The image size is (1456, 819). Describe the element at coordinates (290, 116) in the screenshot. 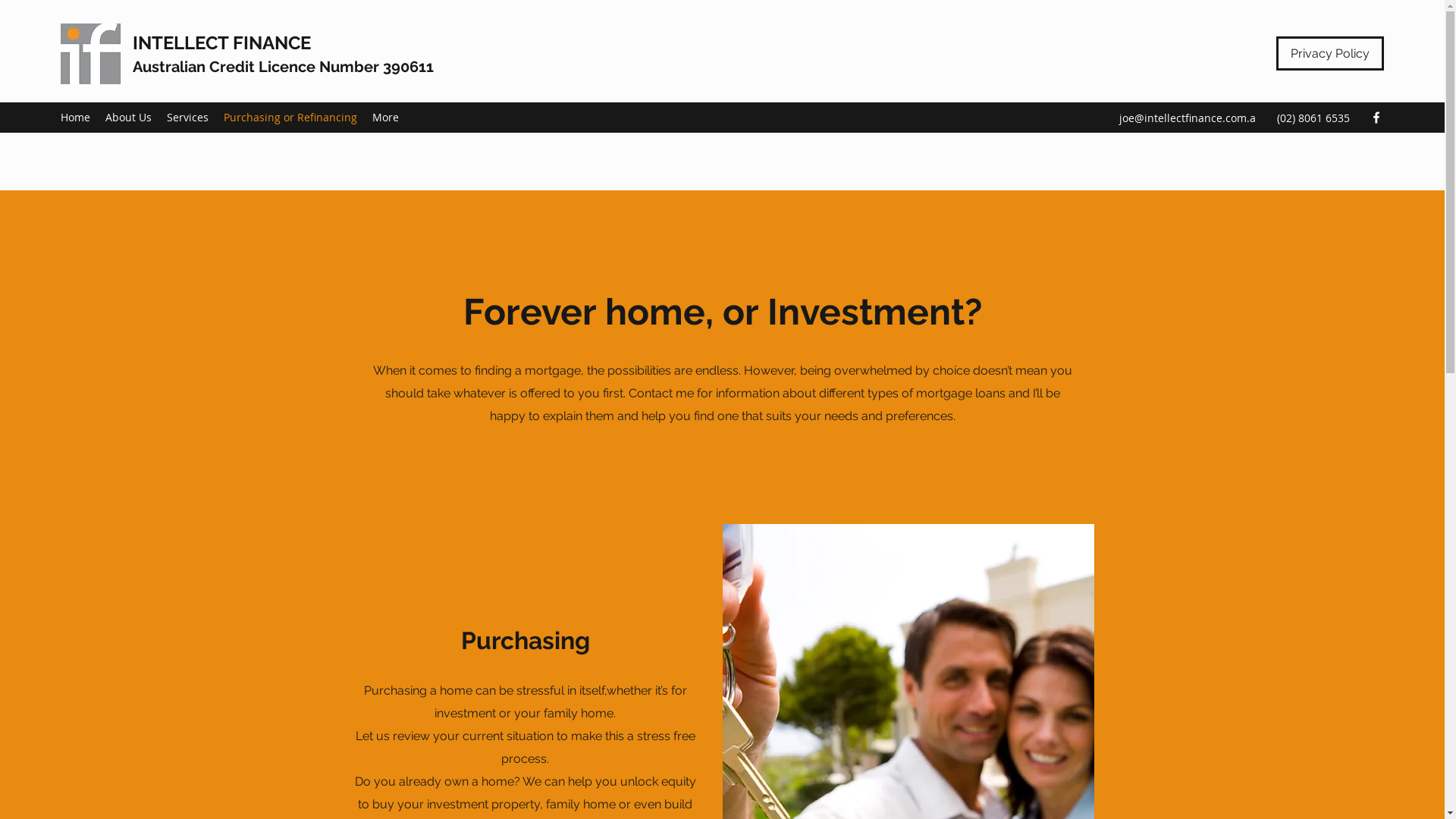

I see `'Purchasing or Refinancing'` at that location.